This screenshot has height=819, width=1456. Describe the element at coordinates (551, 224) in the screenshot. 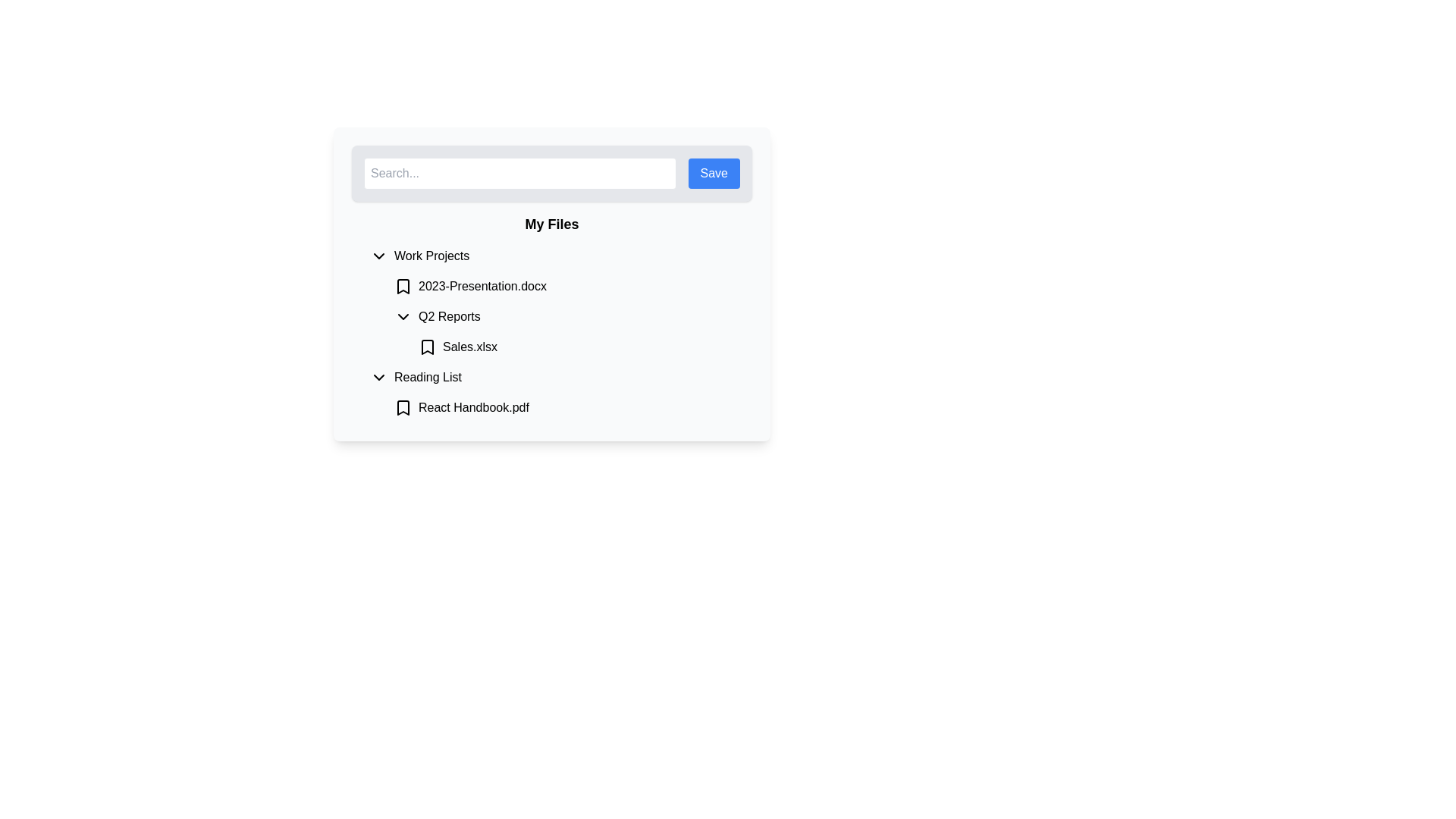

I see `the 'My Files' static text element, which is centrally located below the search bar and above the list of categorized items, styled in bold and larger font` at that location.